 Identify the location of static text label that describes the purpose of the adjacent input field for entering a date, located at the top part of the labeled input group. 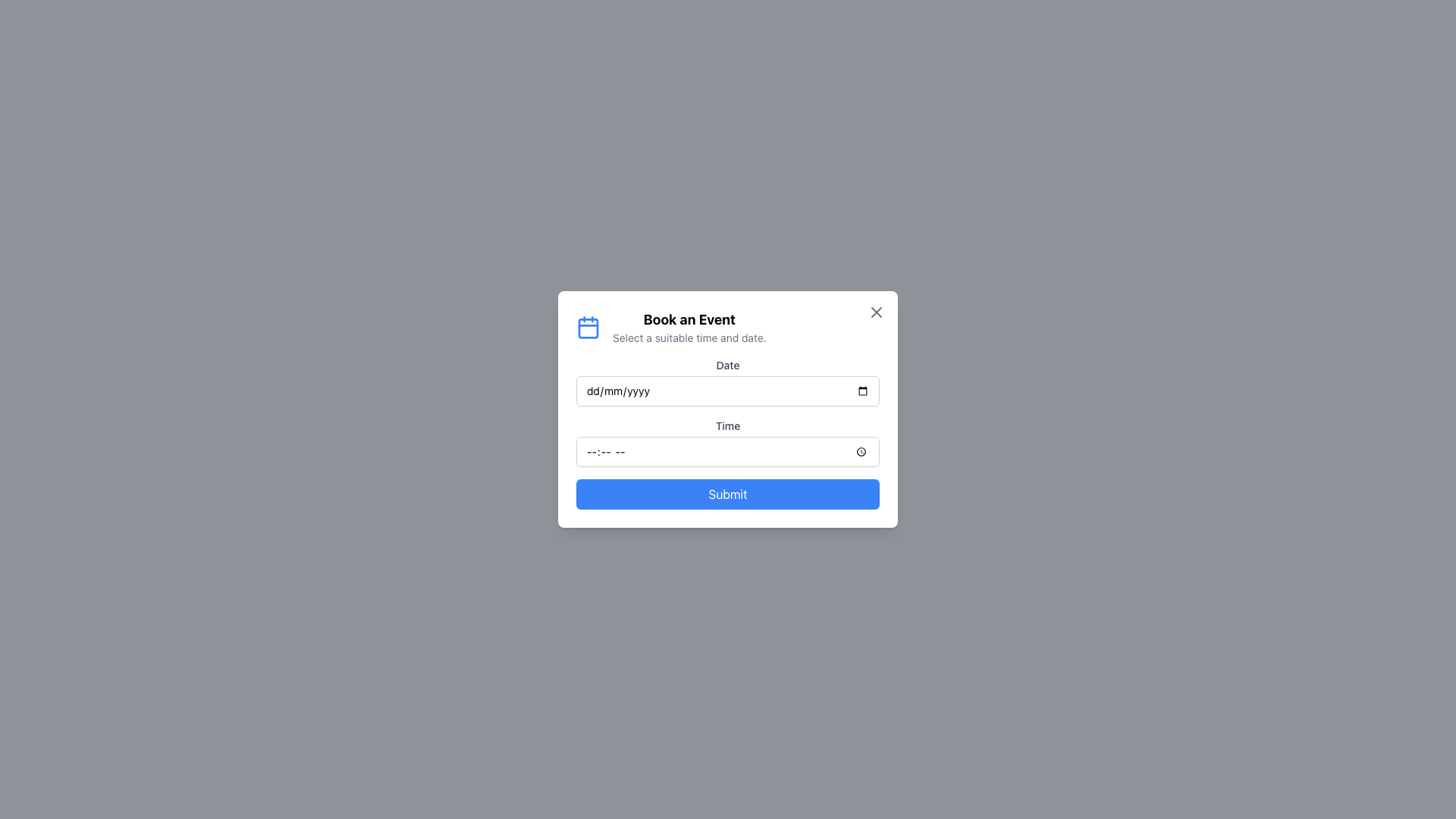
(728, 366).